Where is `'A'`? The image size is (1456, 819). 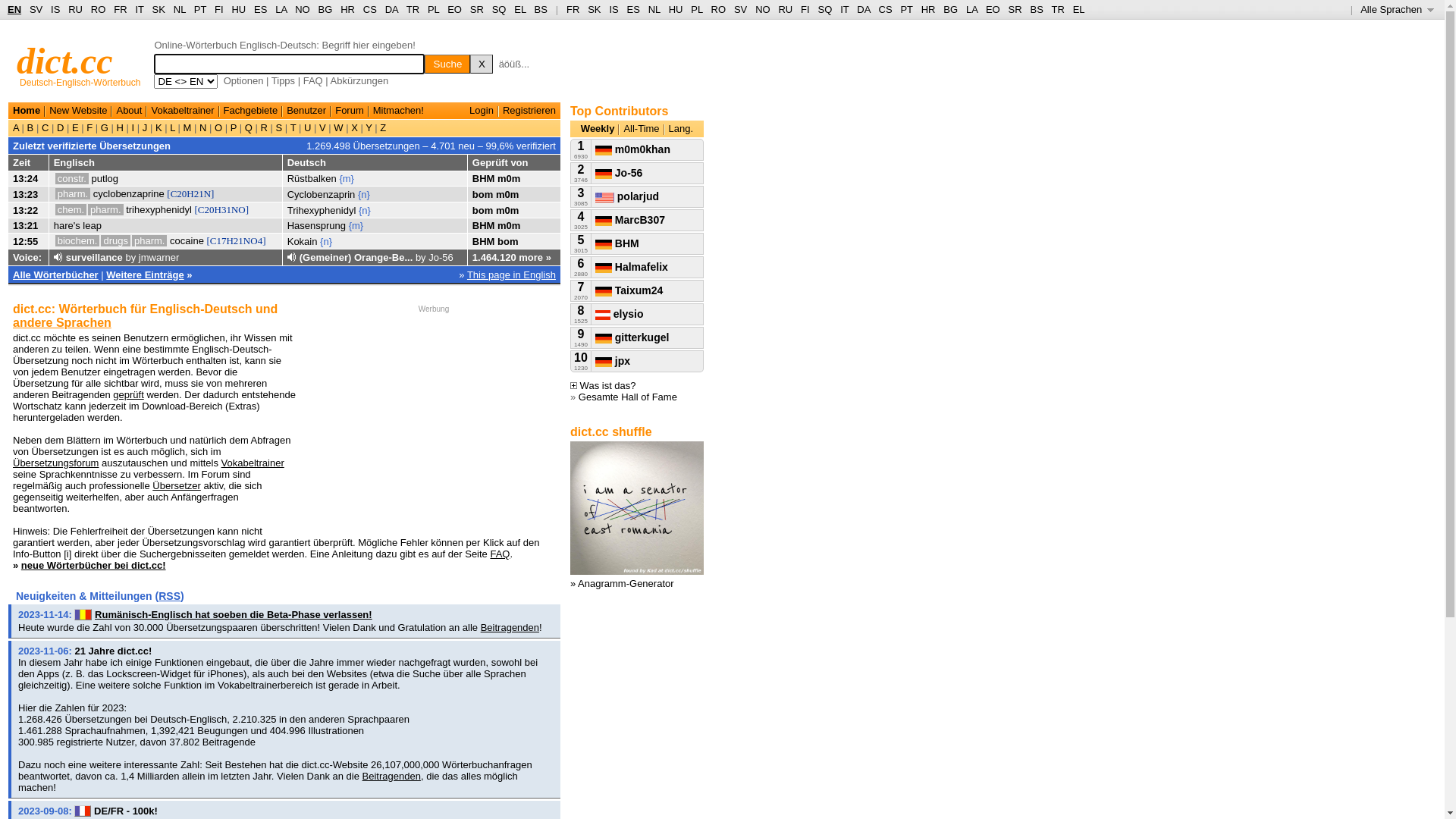 'A' is located at coordinates (17, 127).